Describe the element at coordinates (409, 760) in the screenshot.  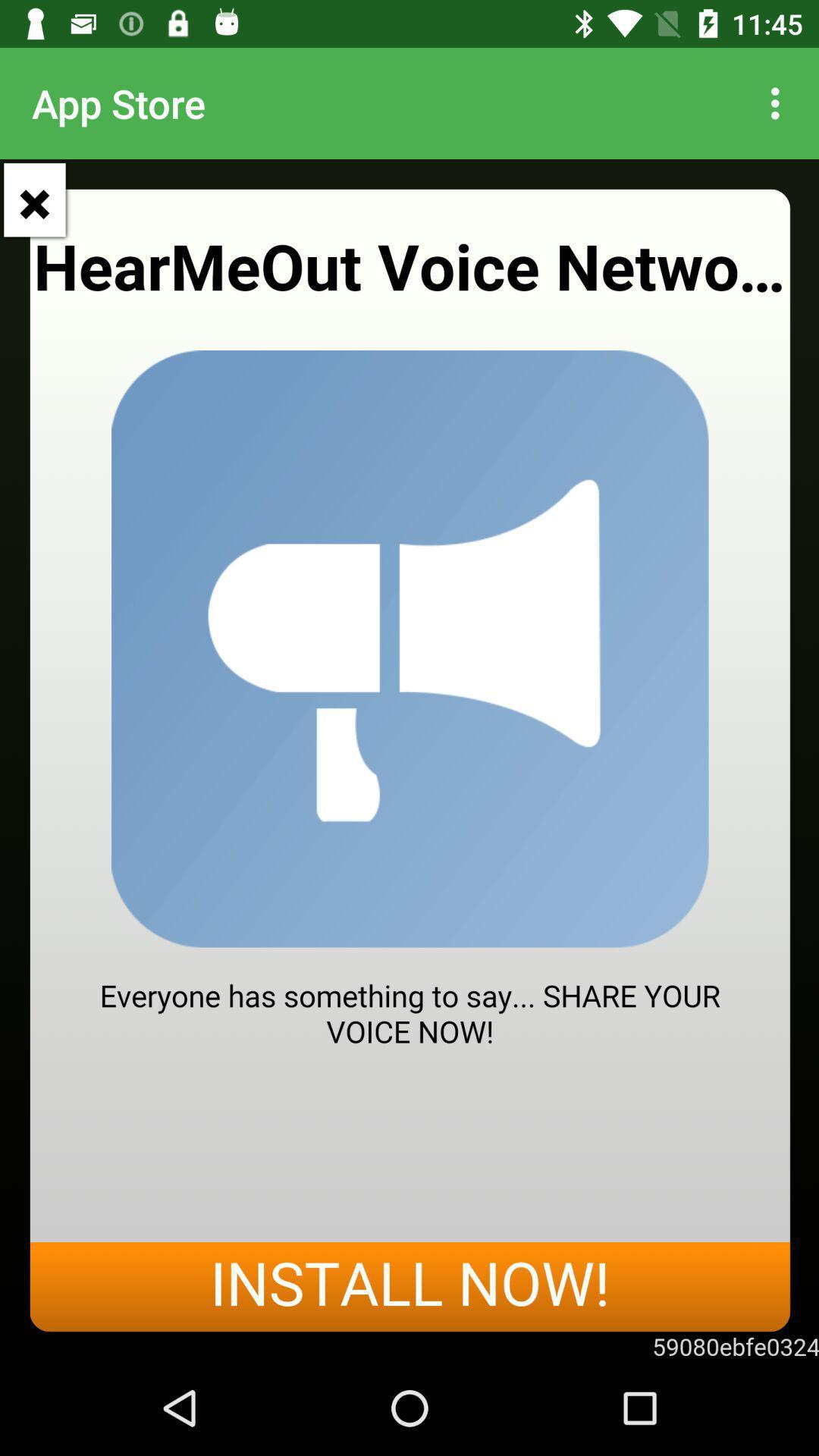
I see `install application` at that location.